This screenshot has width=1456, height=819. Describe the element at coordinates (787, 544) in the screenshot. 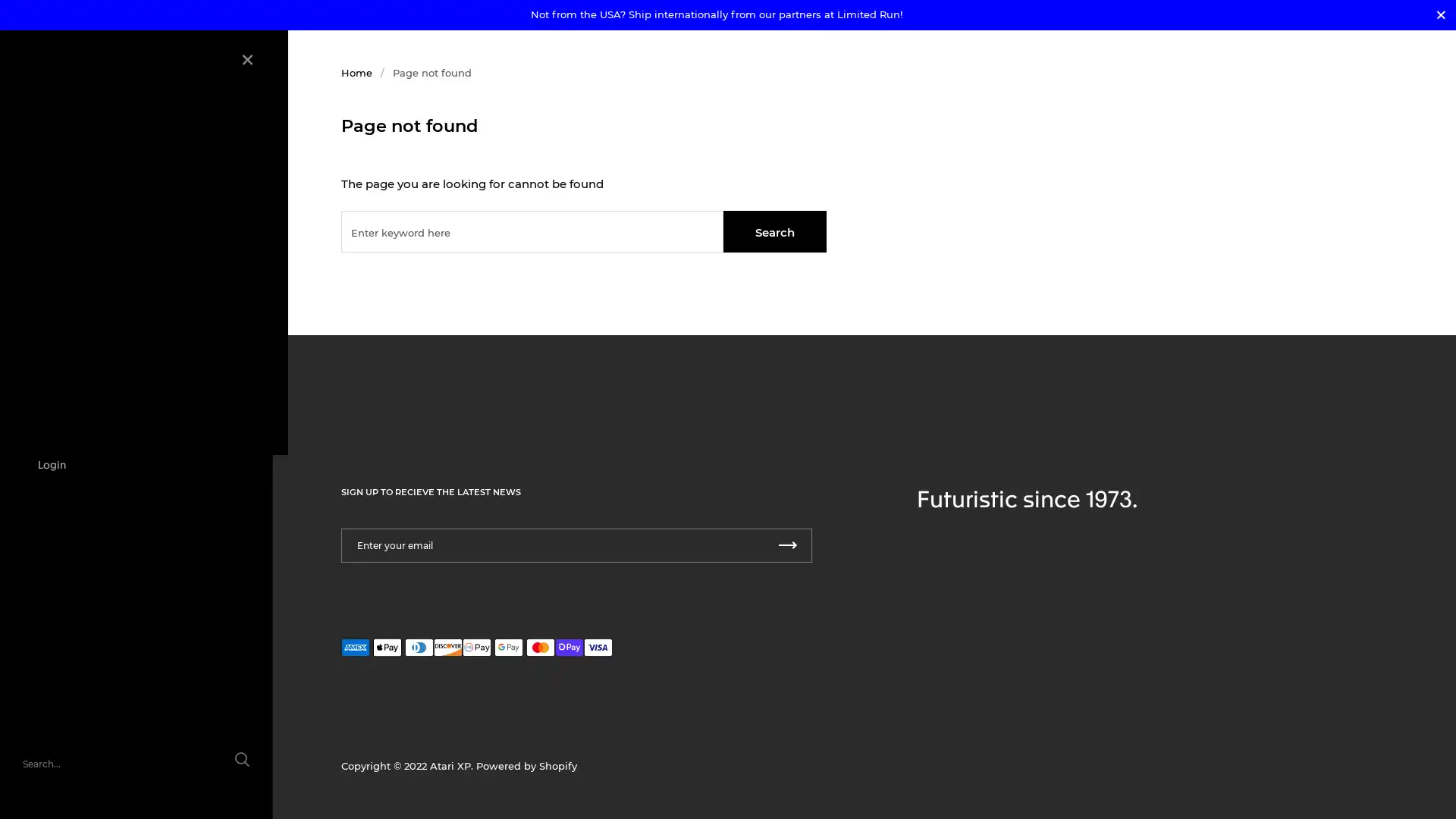

I see `Submit` at that location.